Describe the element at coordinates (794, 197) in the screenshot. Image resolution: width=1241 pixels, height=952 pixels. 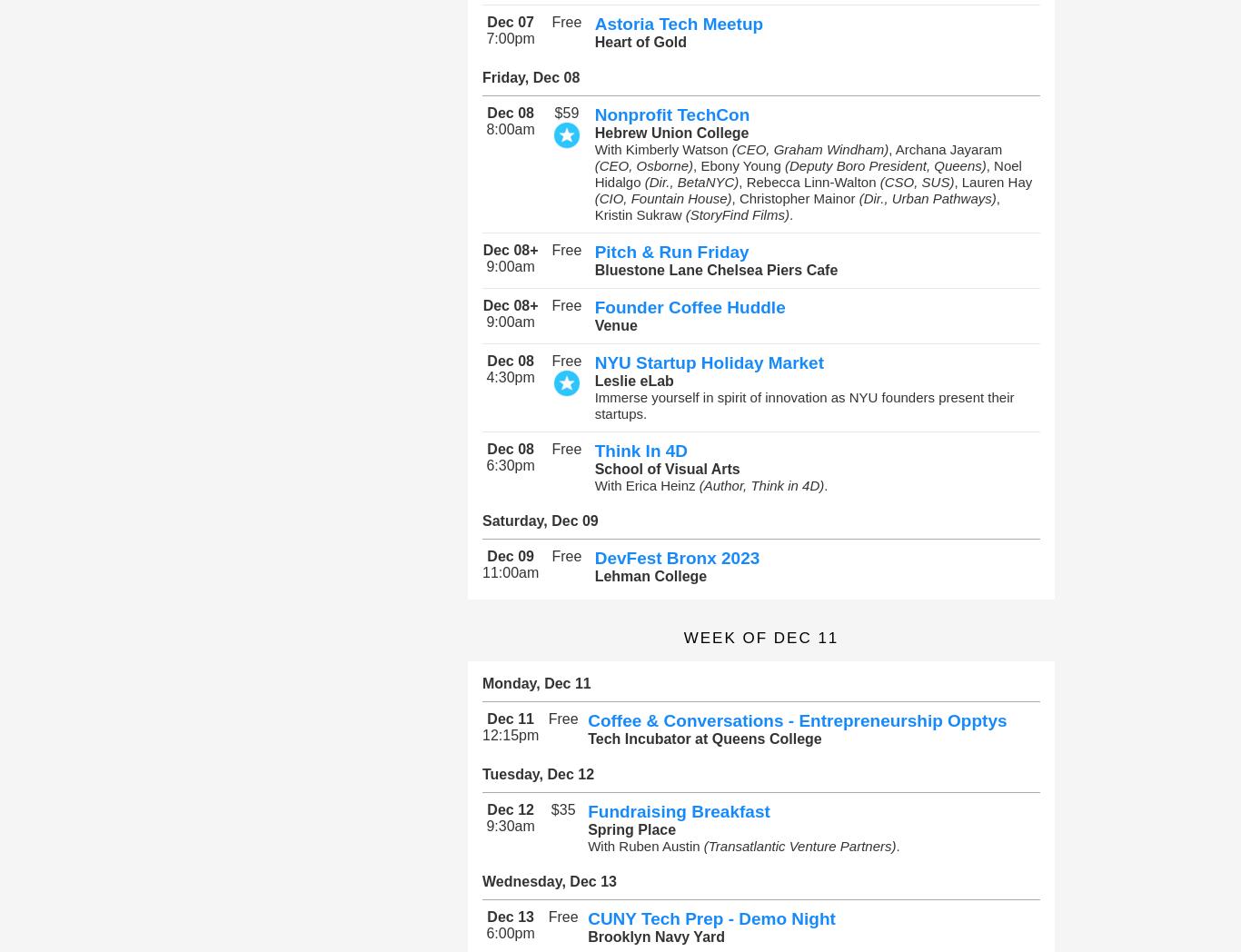
I see `', Christopher Mainor'` at that location.